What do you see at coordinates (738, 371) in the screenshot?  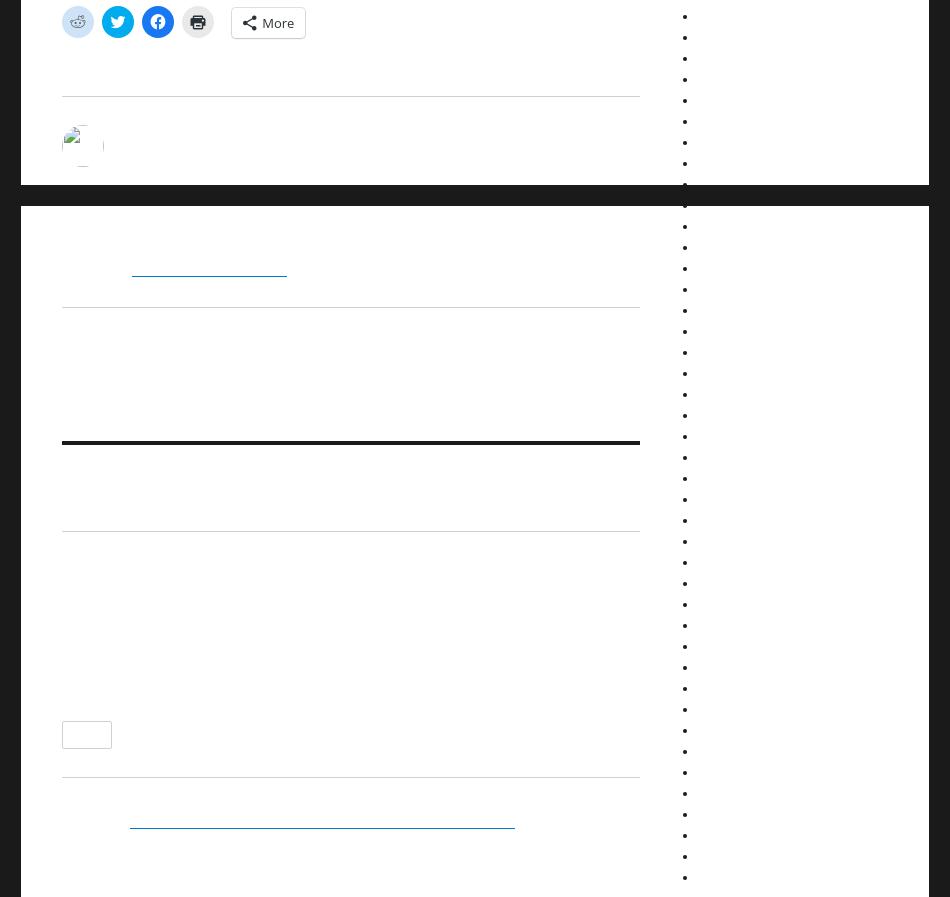 I see `'November 2015'` at bounding box center [738, 371].